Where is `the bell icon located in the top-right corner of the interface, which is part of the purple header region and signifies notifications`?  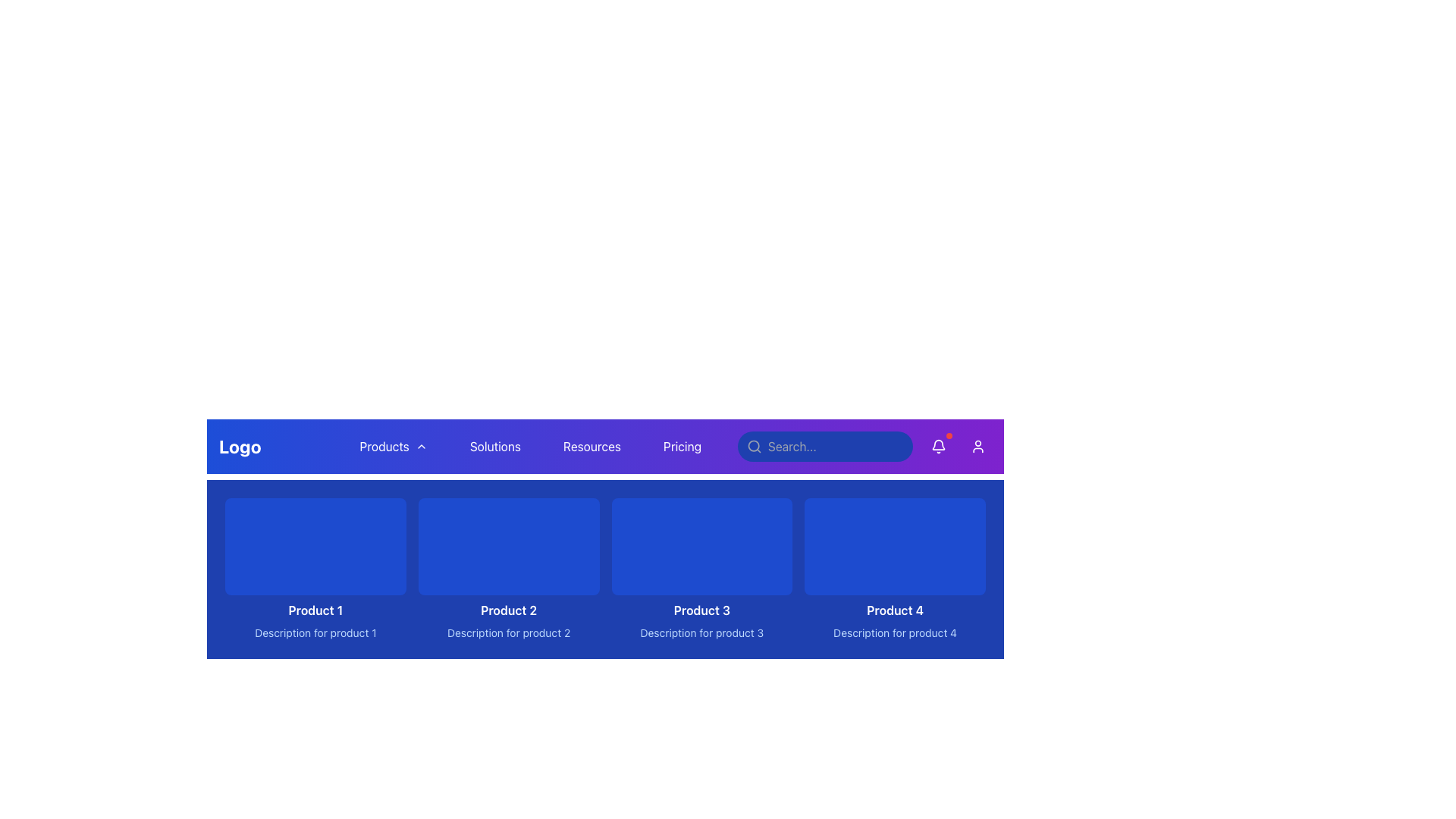 the bell icon located in the top-right corner of the interface, which is part of the purple header region and signifies notifications is located at coordinates (938, 444).